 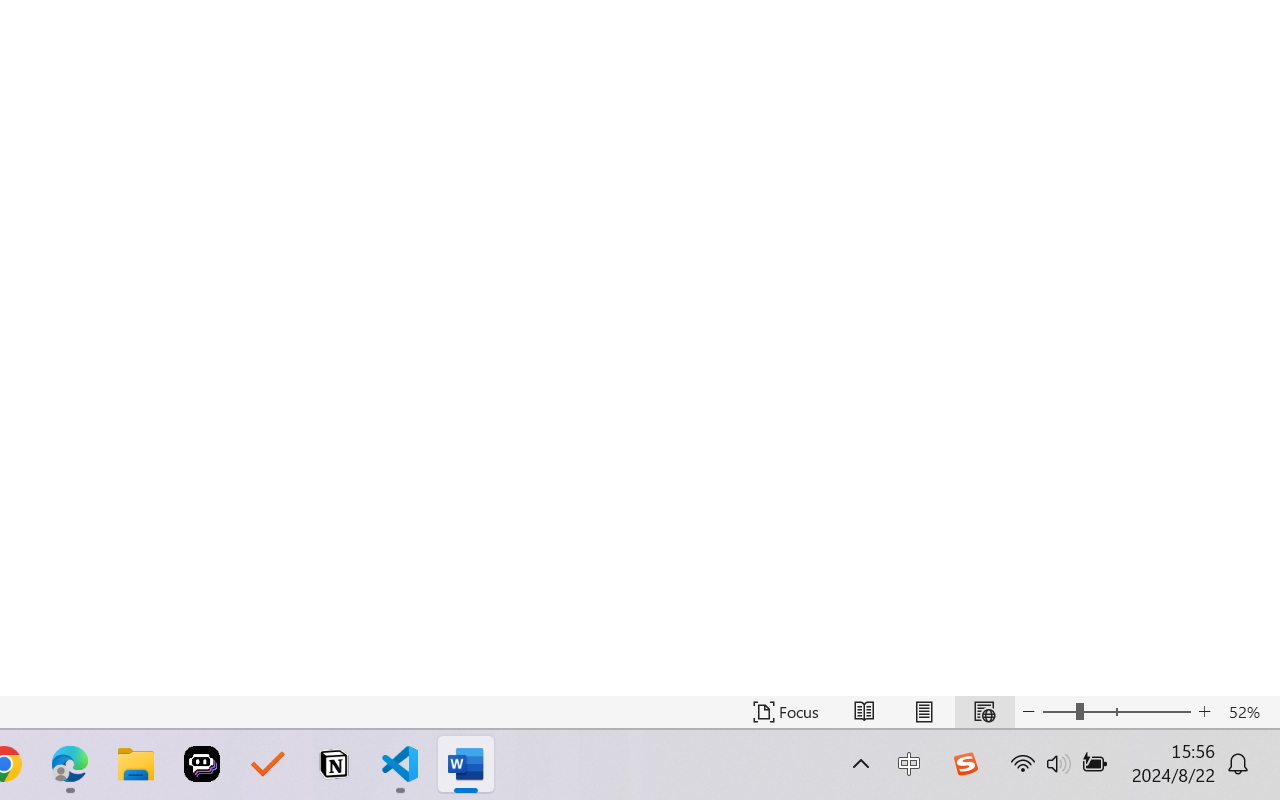 What do you see at coordinates (965, 764) in the screenshot?
I see `'Class: Image'` at bounding box center [965, 764].